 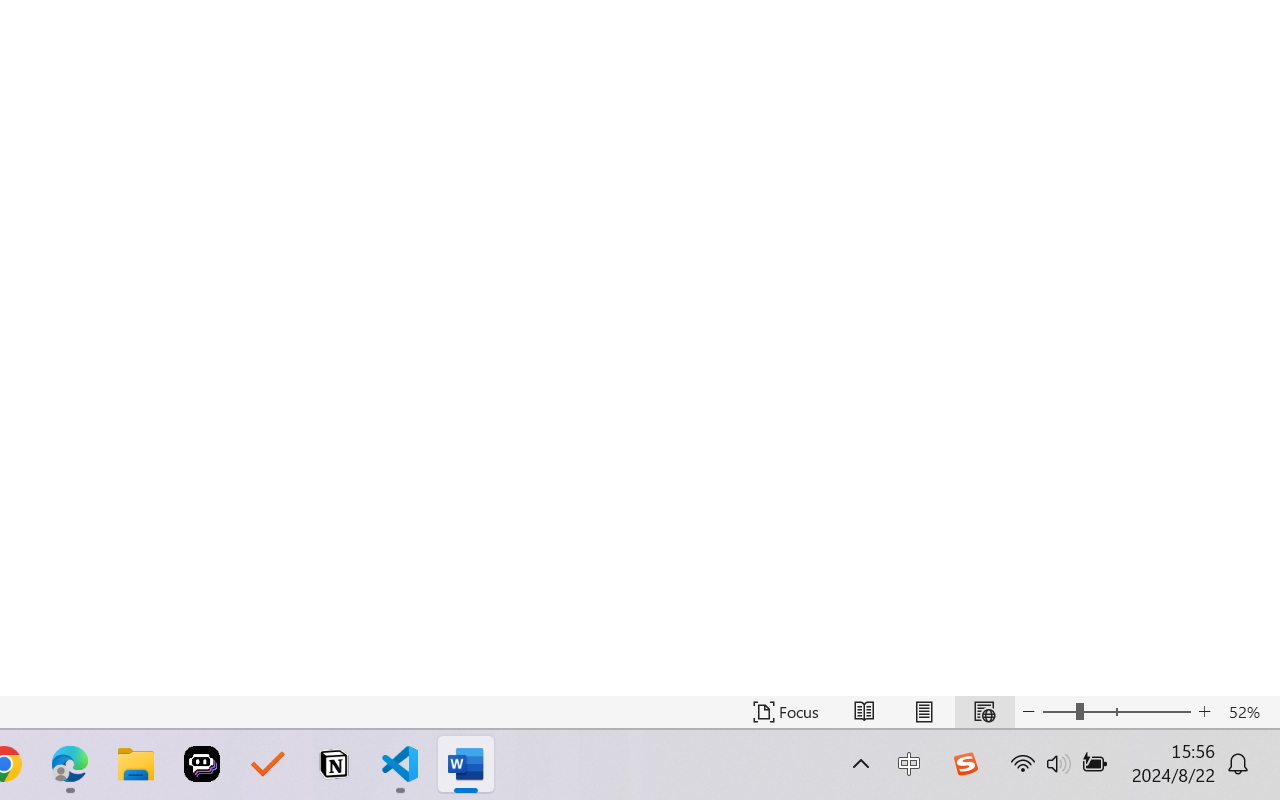 What do you see at coordinates (965, 764) in the screenshot?
I see `'Class: Image'` at bounding box center [965, 764].